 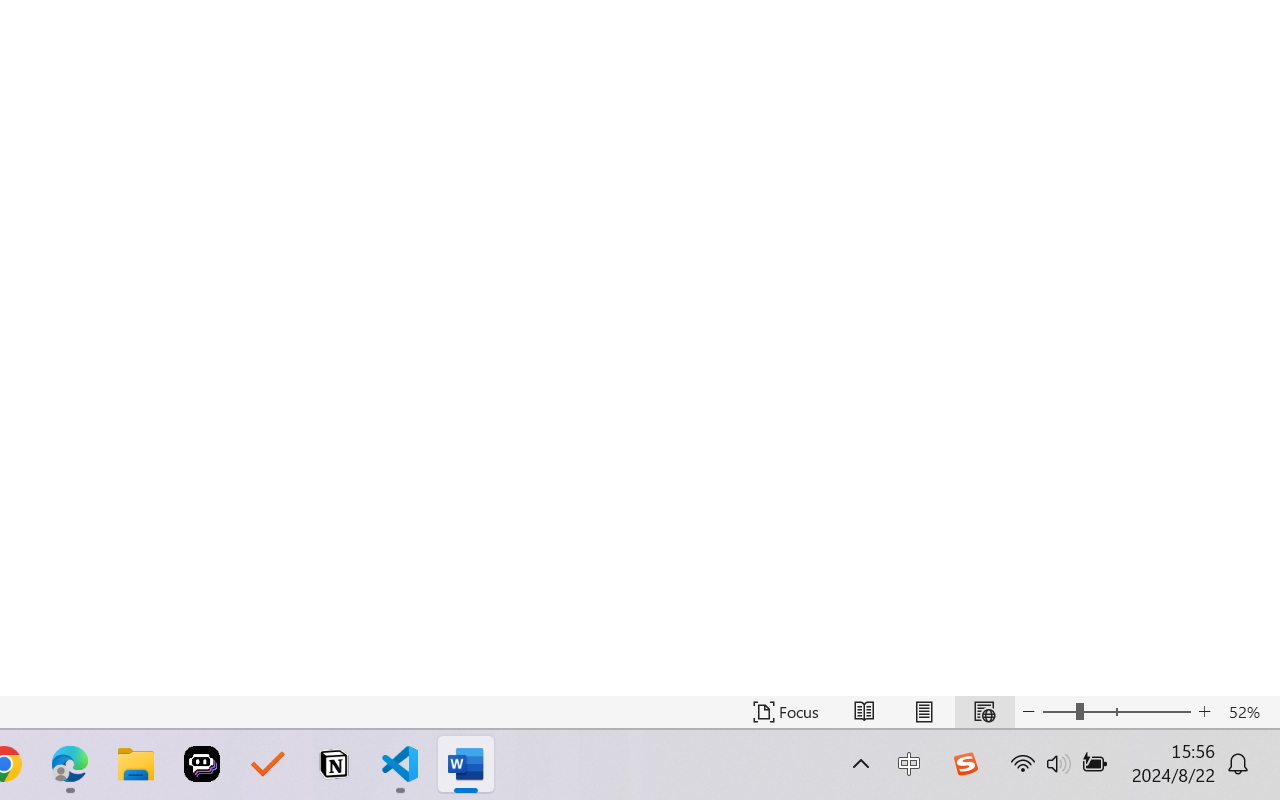 What do you see at coordinates (965, 764) in the screenshot?
I see `'Class: Image'` at bounding box center [965, 764].